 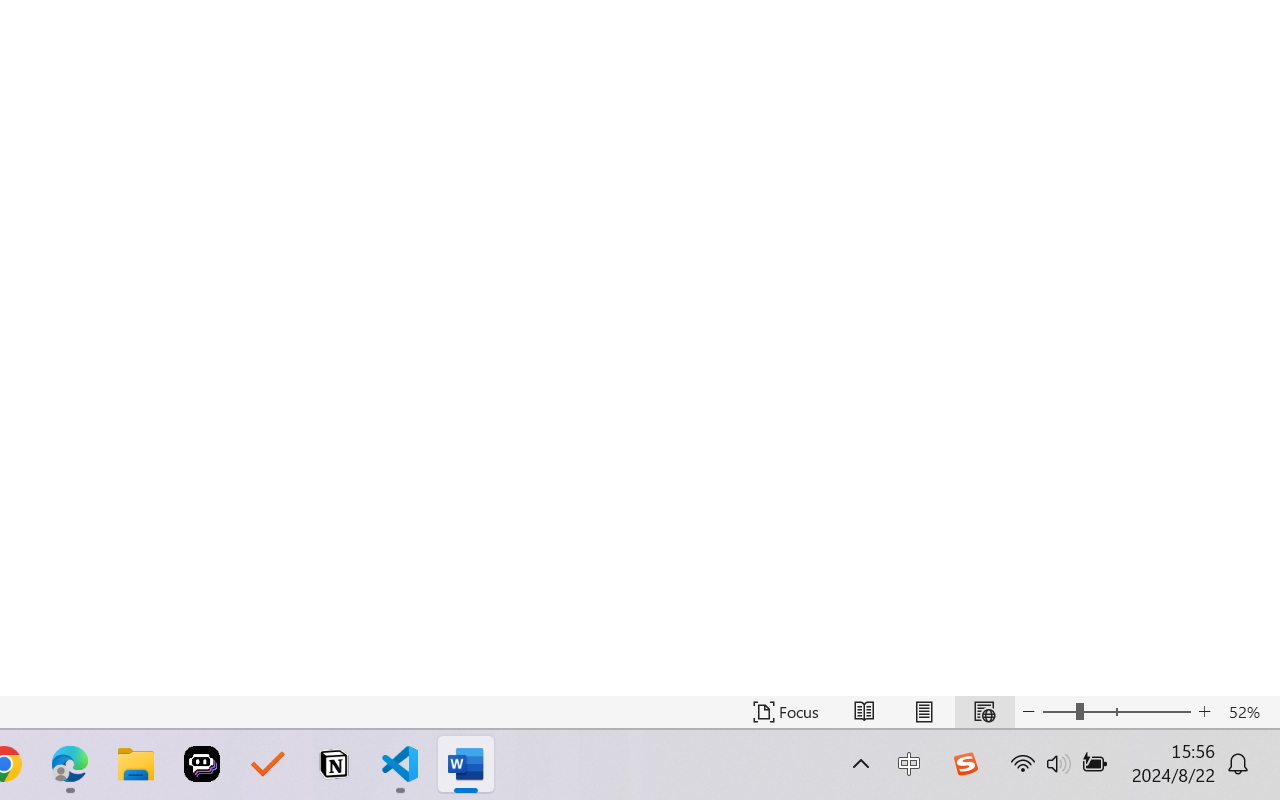 What do you see at coordinates (965, 764) in the screenshot?
I see `'Class: Image'` at bounding box center [965, 764].